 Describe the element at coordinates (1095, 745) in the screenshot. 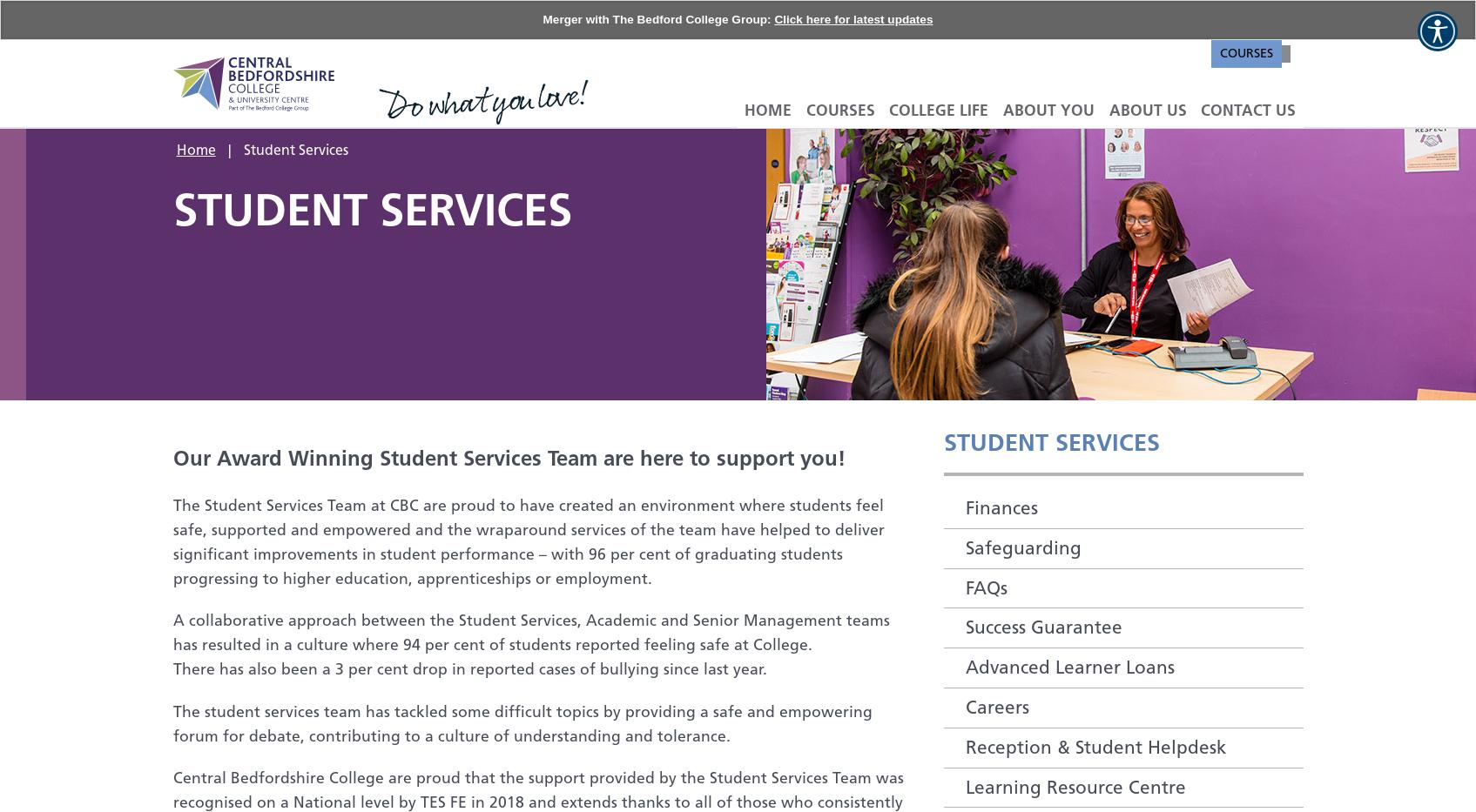

I see `'Reception & Student Helpdesk'` at that location.